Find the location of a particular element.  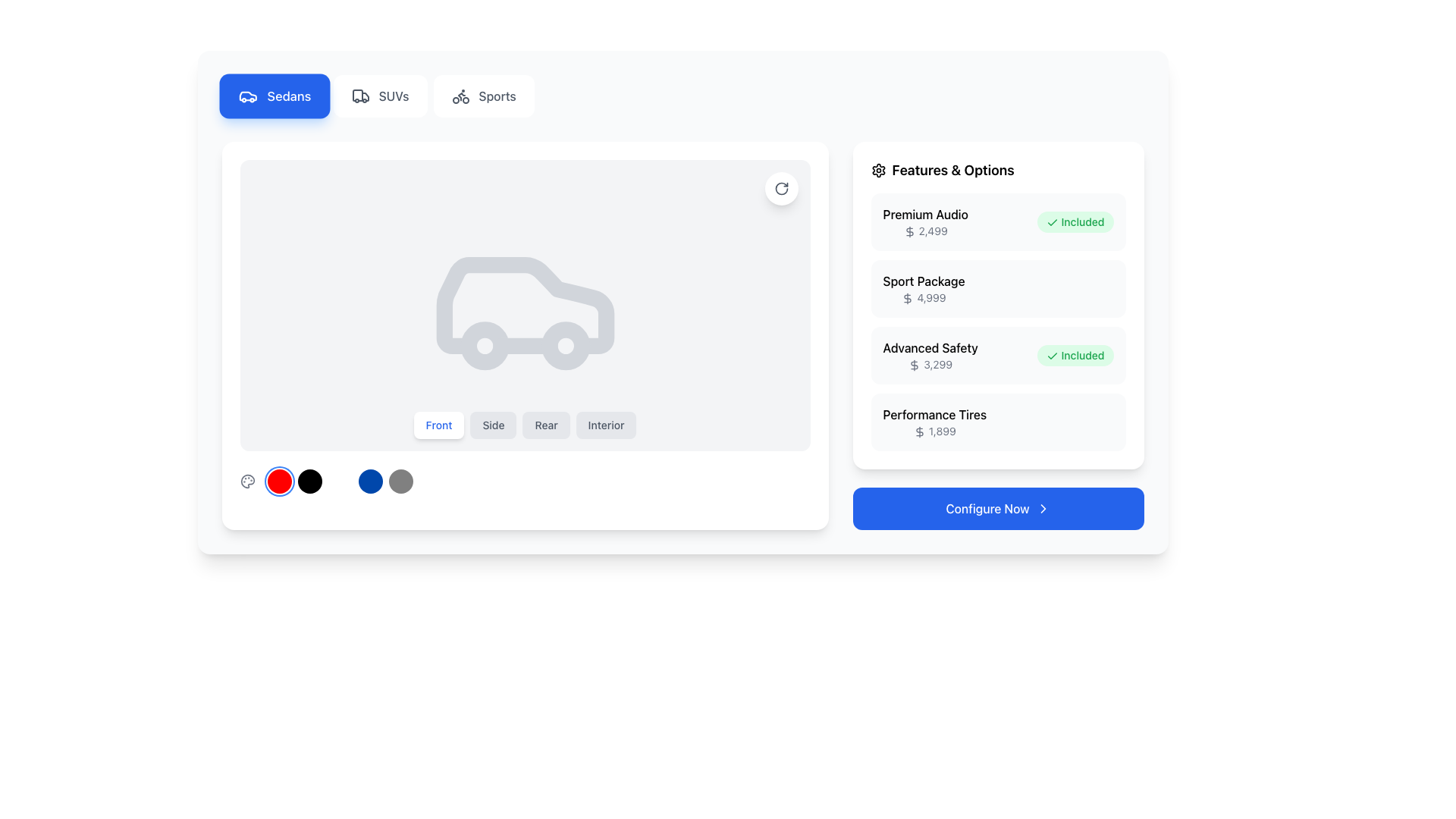

the gear or cogwheel icon in the top-right section of the interface, located within the 'Features & Options' column is located at coordinates (878, 170).